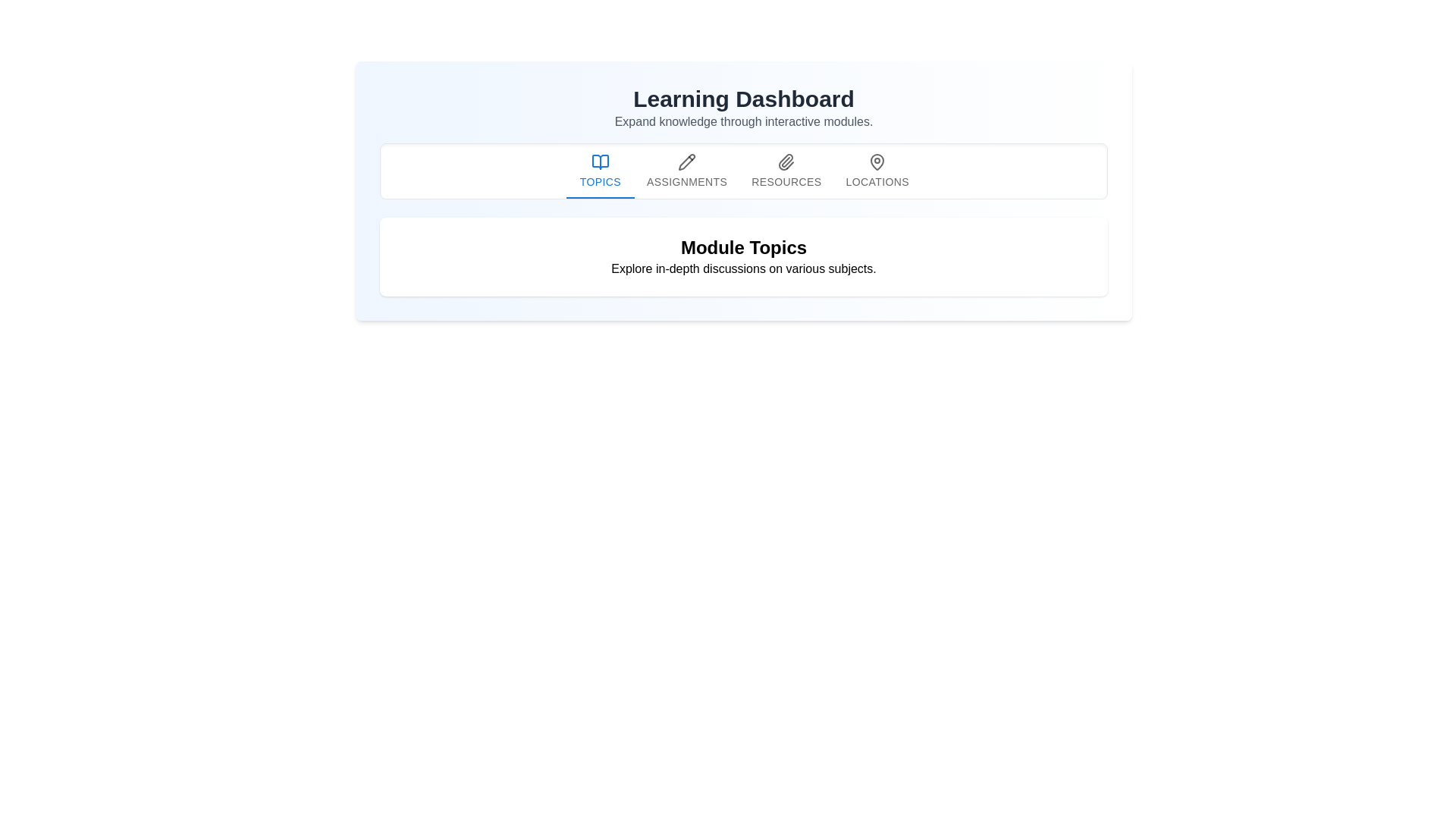 Image resolution: width=1456 pixels, height=819 pixels. What do you see at coordinates (743, 247) in the screenshot?
I see `text header that displays 'Module Topics', which is bold and prominently positioned near the top of the interface` at bounding box center [743, 247].